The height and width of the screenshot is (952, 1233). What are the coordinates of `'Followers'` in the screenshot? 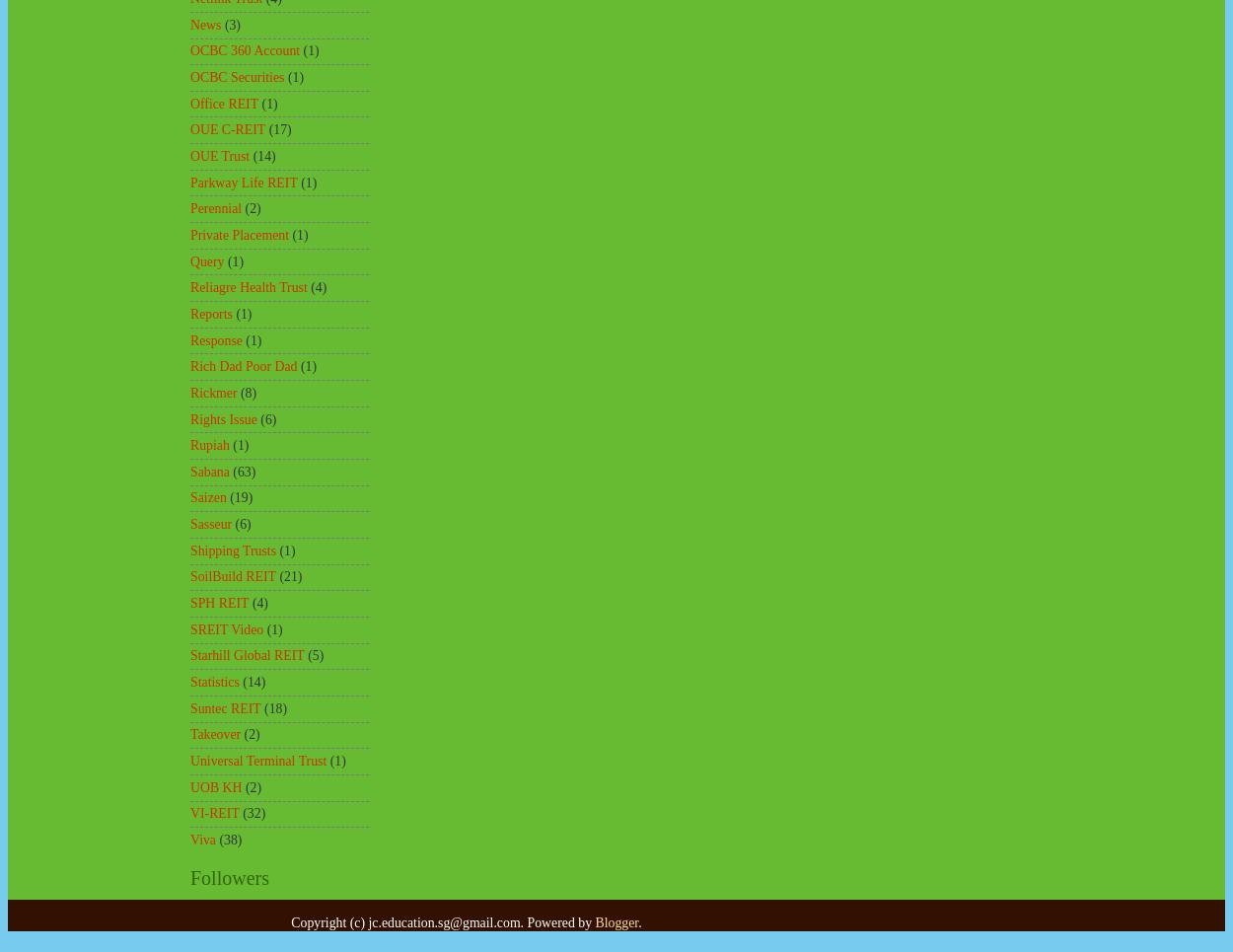 It's located at (189, 876).